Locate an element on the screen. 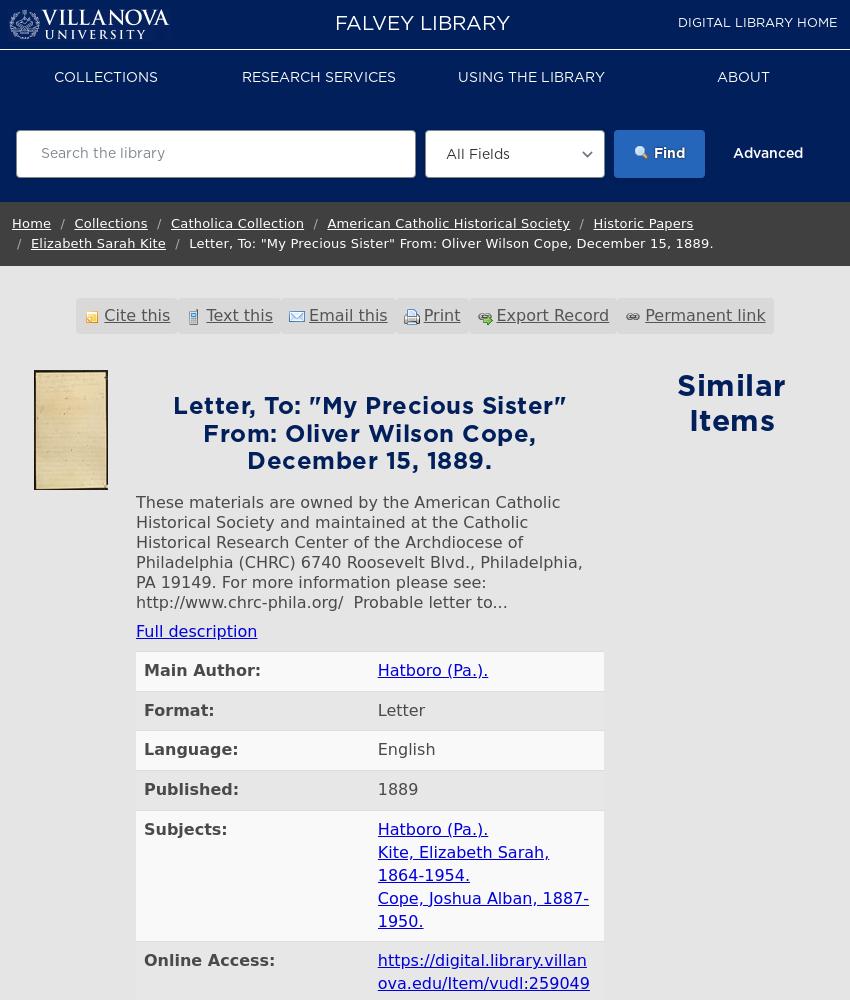 The height and width of the screenshot is (1000, 850). 'Catholica Collection' is located at coordinates (237, 222).